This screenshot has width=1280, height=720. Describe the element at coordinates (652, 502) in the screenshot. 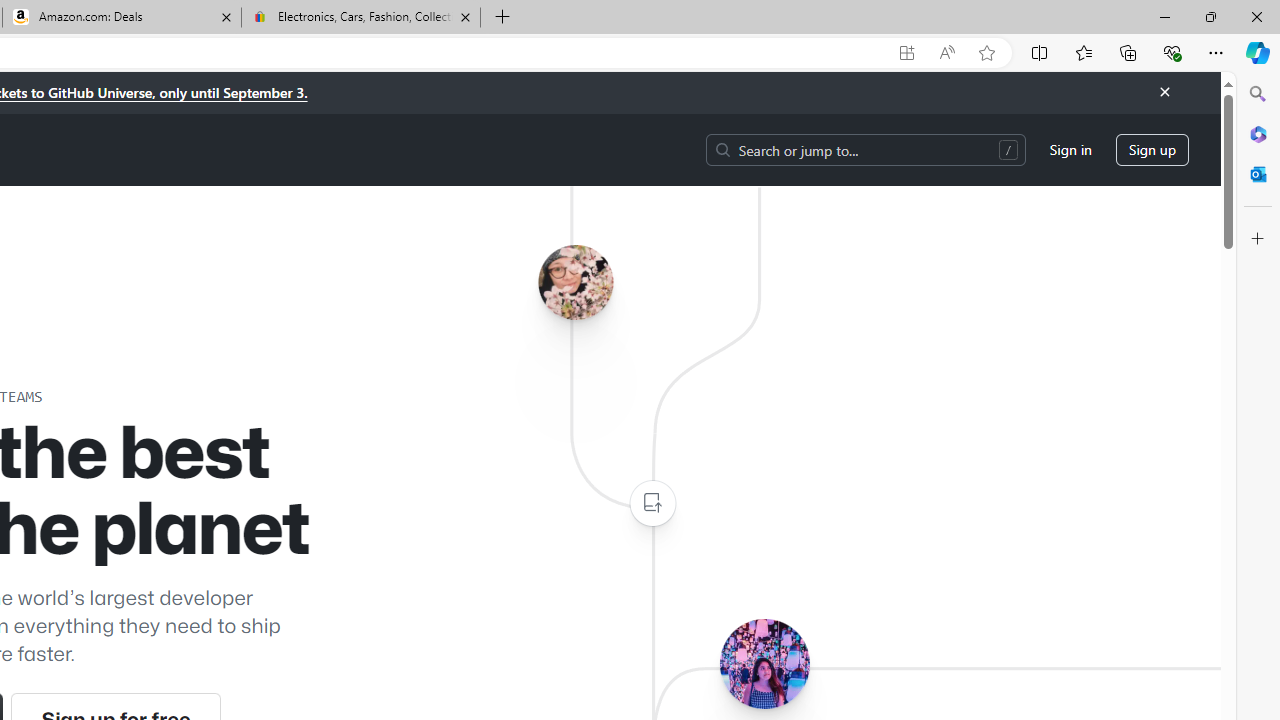

I see `'Class: color-fg-muted width-full'` at that location.